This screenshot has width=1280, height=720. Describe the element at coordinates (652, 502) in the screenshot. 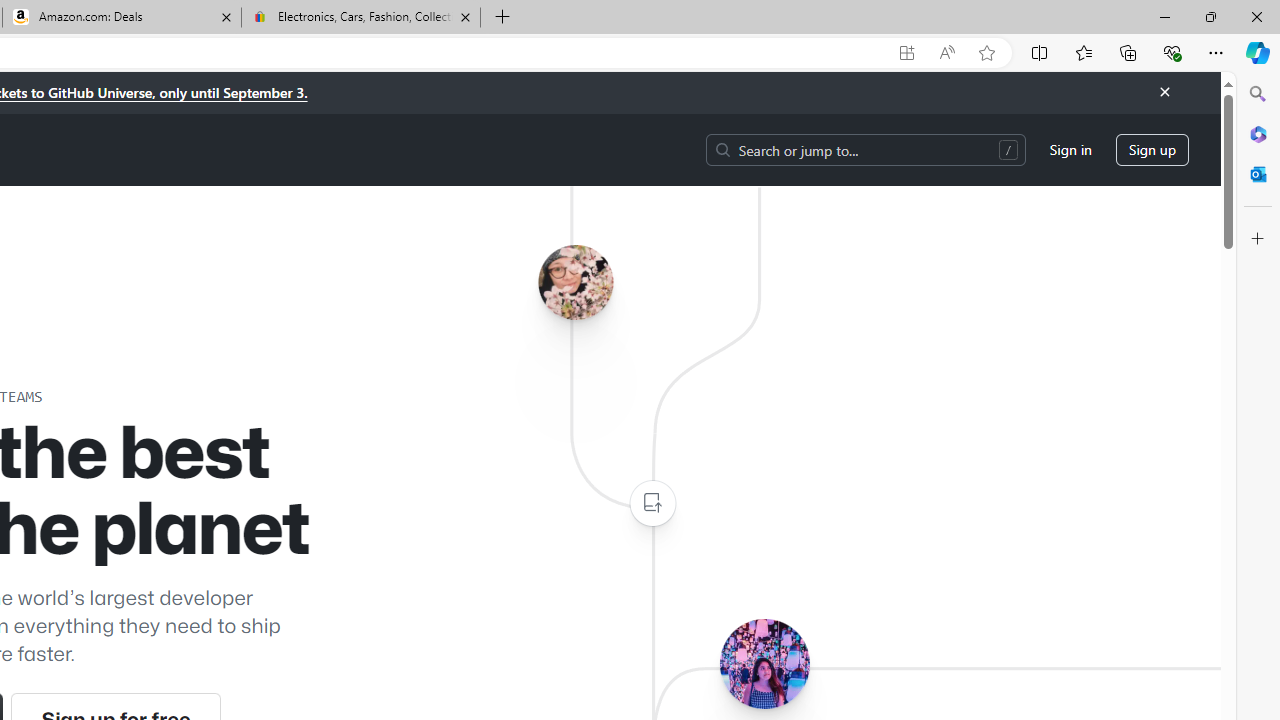

I see `'Class: color-fg-muted width-full'` at that location.